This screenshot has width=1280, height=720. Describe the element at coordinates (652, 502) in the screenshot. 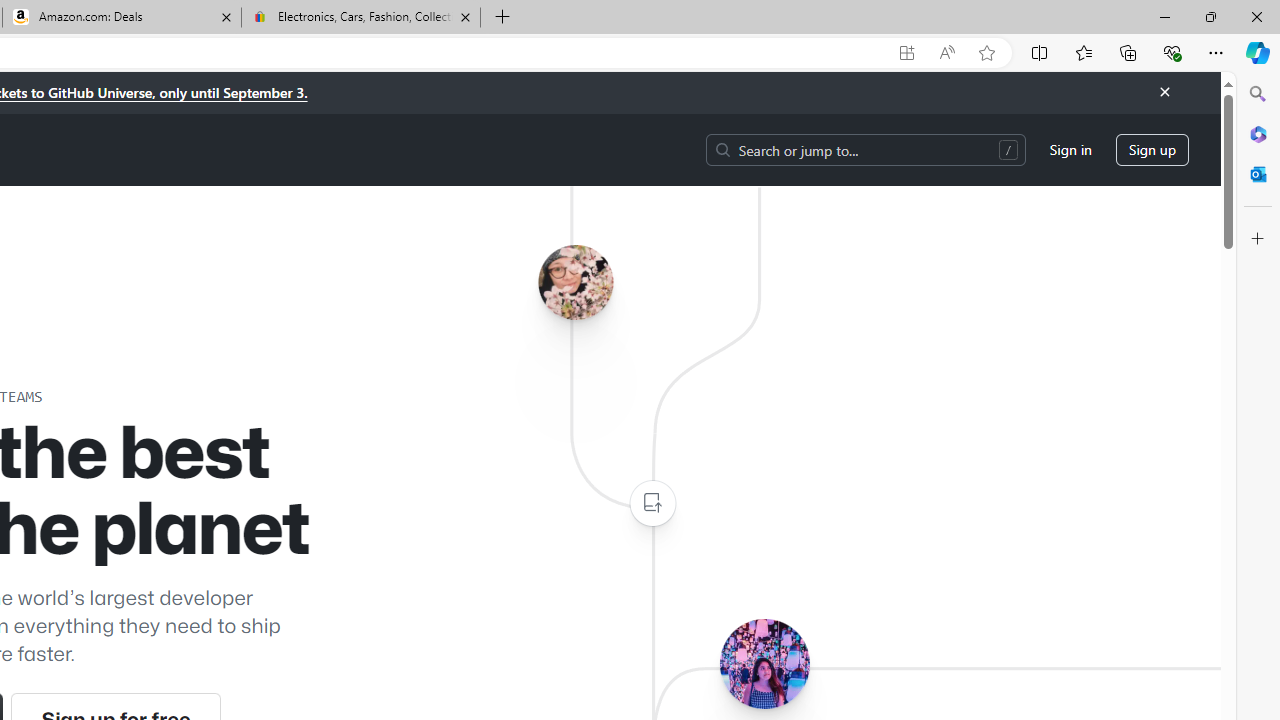

I see `'Class: color-fg-muted width-full'` at that location.